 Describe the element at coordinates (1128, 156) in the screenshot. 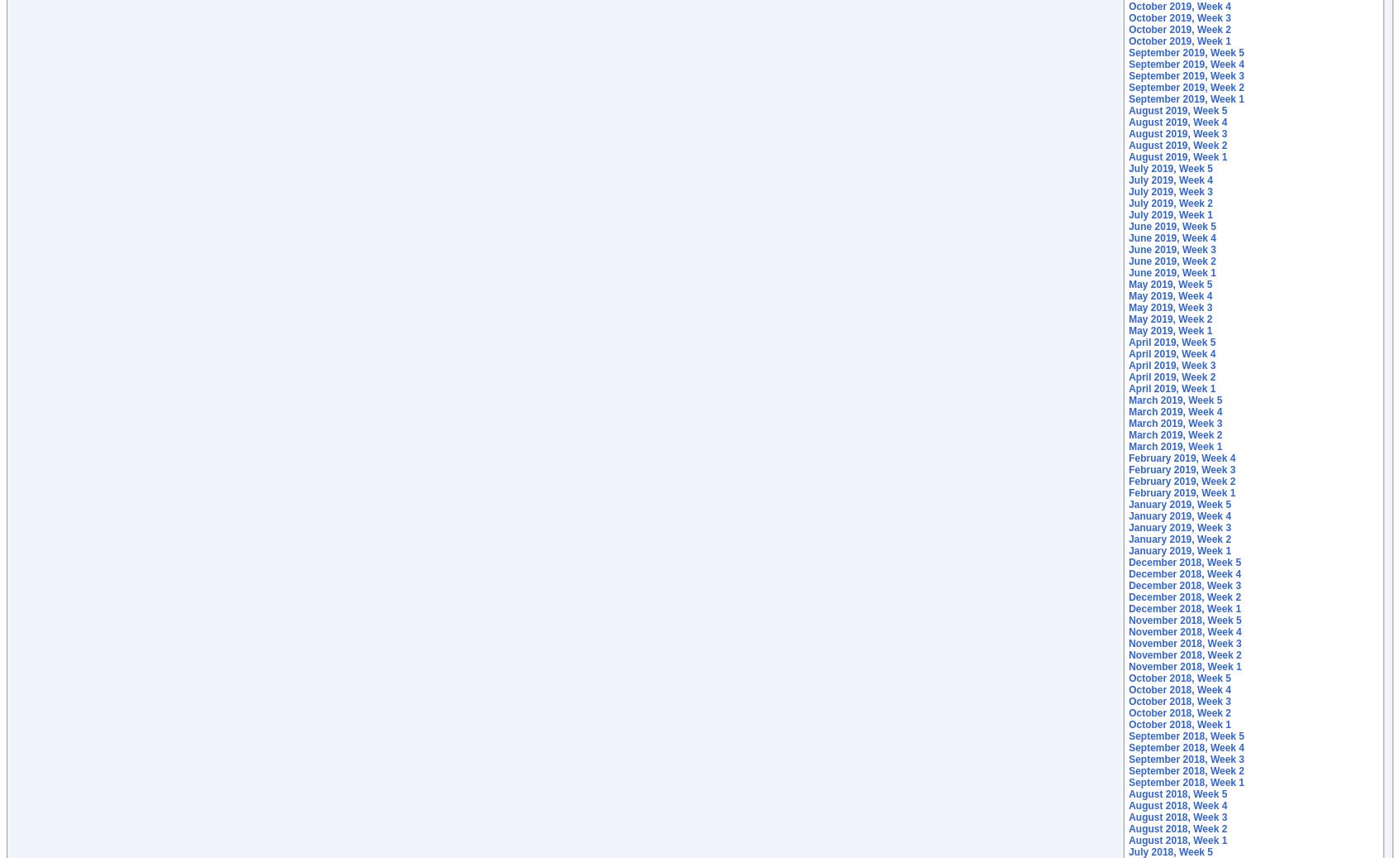

I see `'August 2019, Week 1'` at that location.